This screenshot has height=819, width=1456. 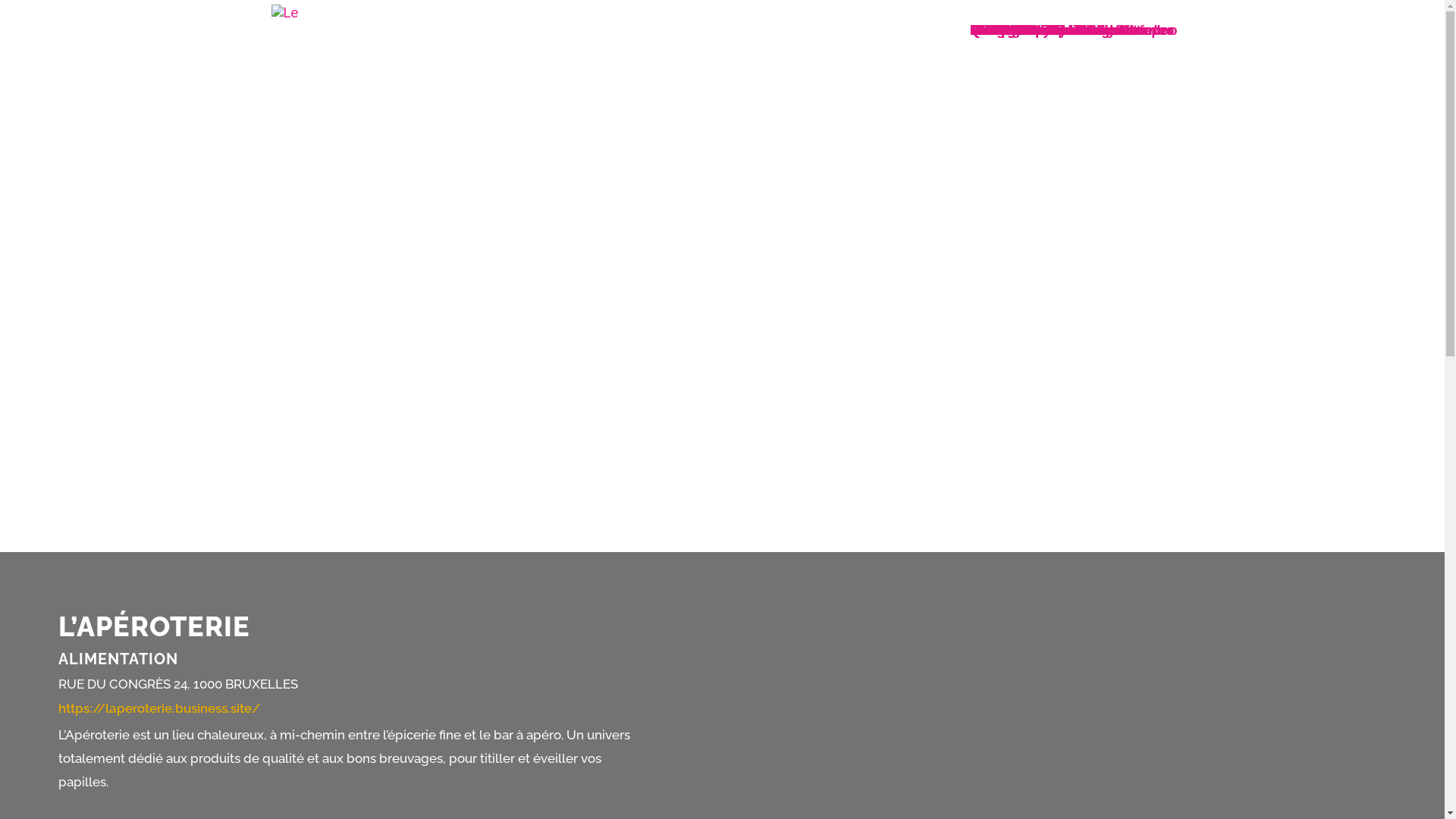 I want to click on 'Stalingrad - Midi - Lemonnier', so click(x=1062, y=30).